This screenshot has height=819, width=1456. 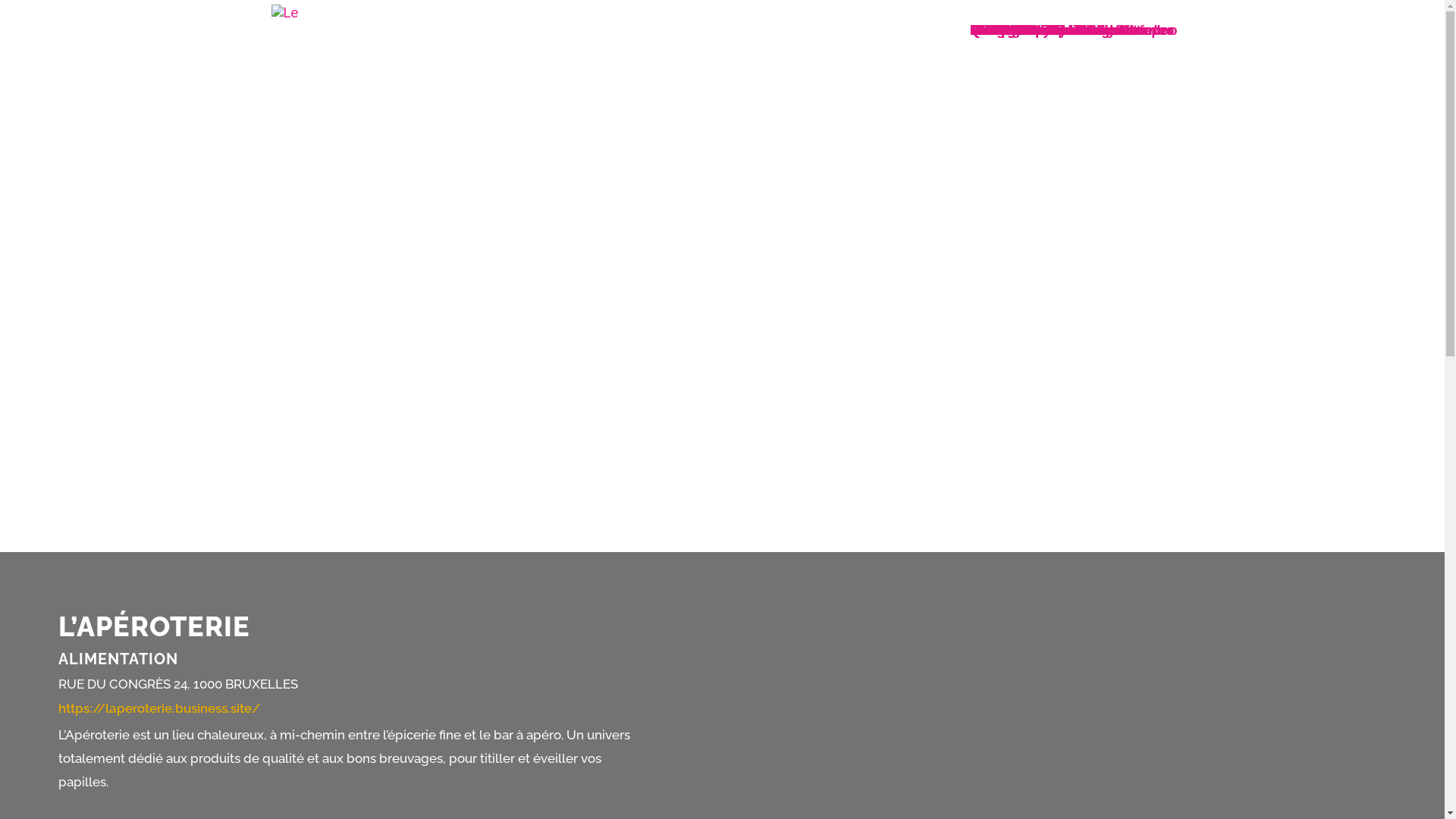 I want to click on 'Stalingrad - Midi - Lemonnier', so click(x=1062, y=30).